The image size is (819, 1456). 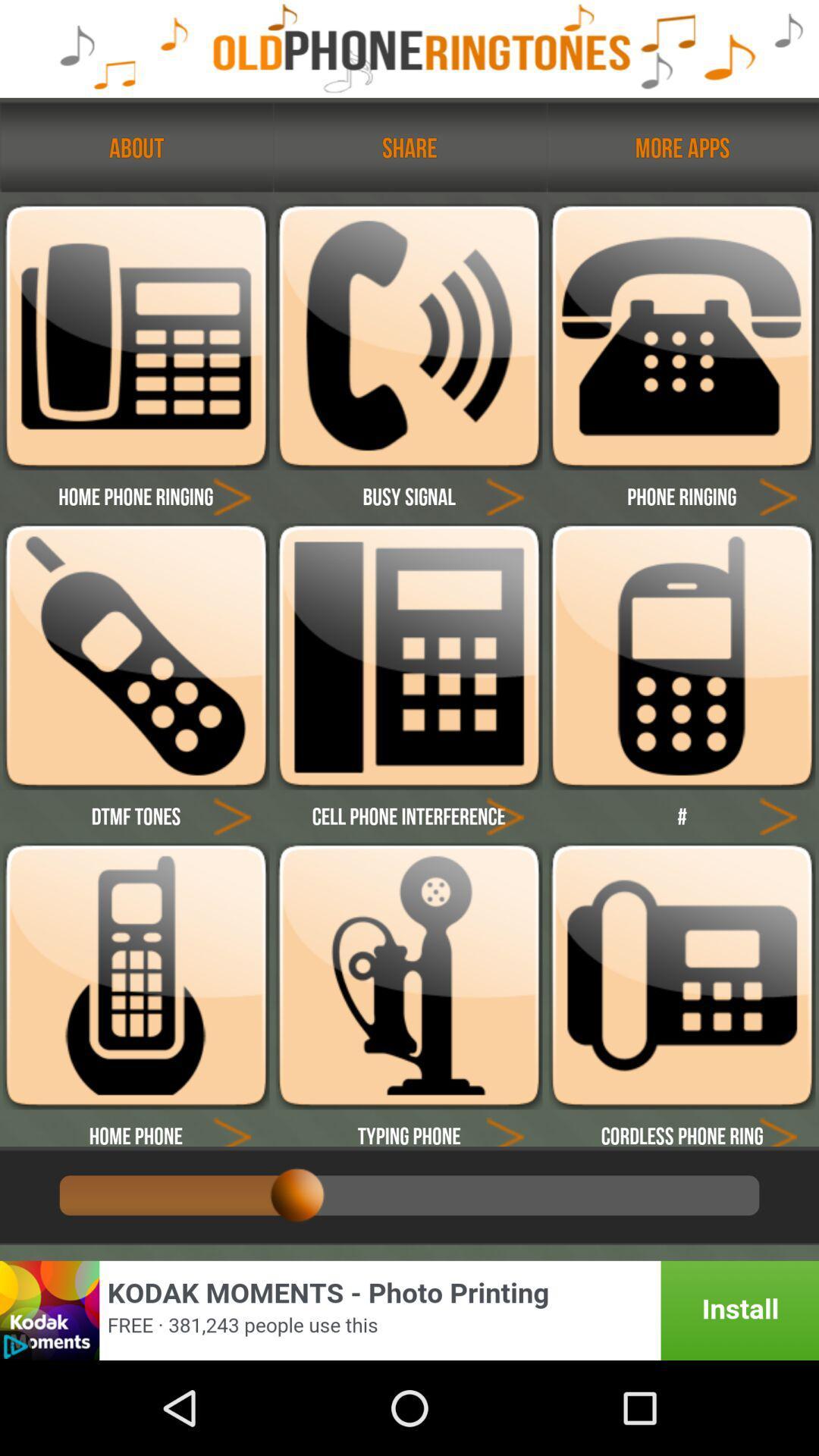 I want to click on call, so click(x=681, y=656).